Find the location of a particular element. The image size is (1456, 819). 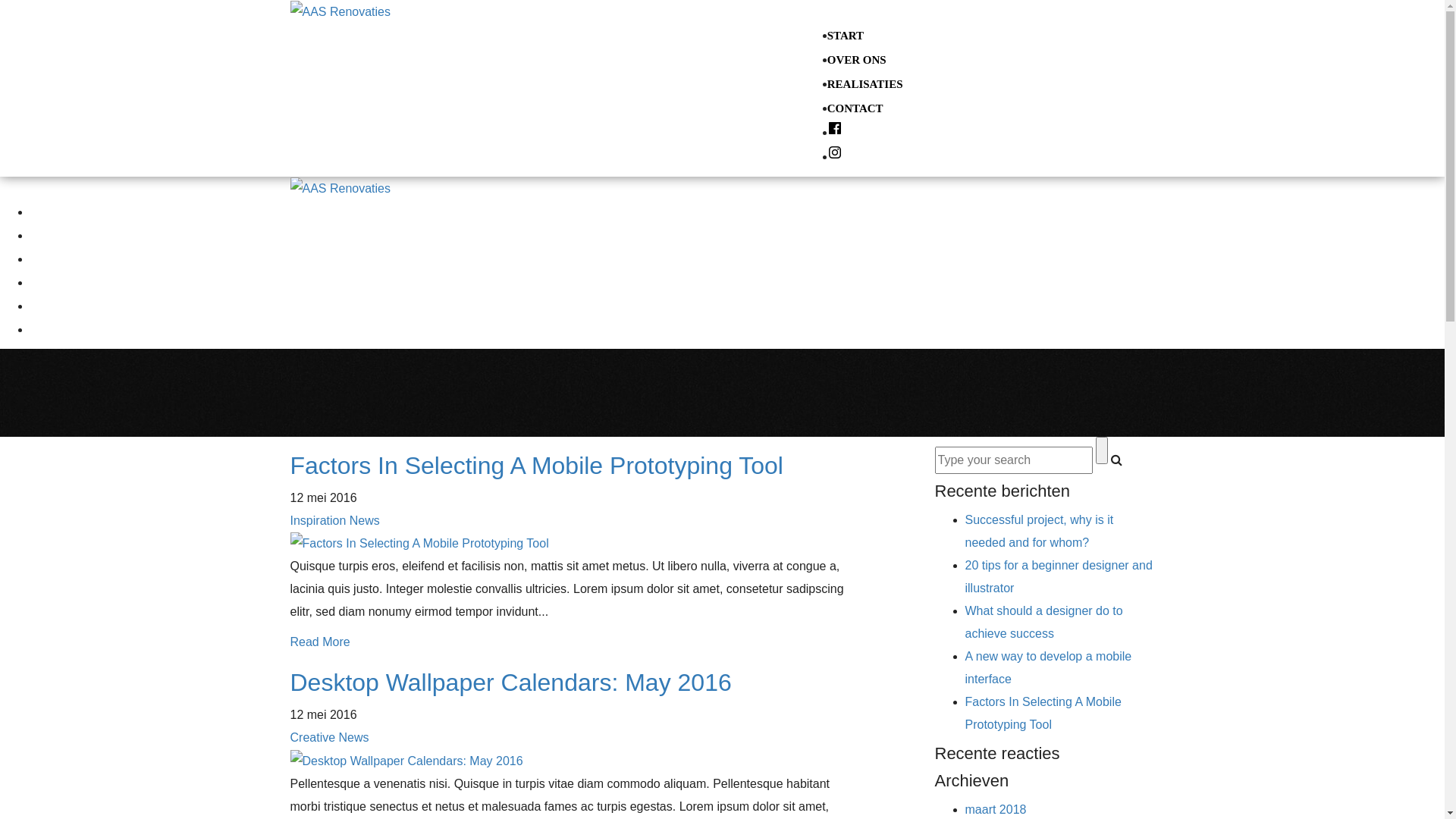

'Factors In Selecting A Mobile Prototyping Tool' is located at coordinates (535, 464).